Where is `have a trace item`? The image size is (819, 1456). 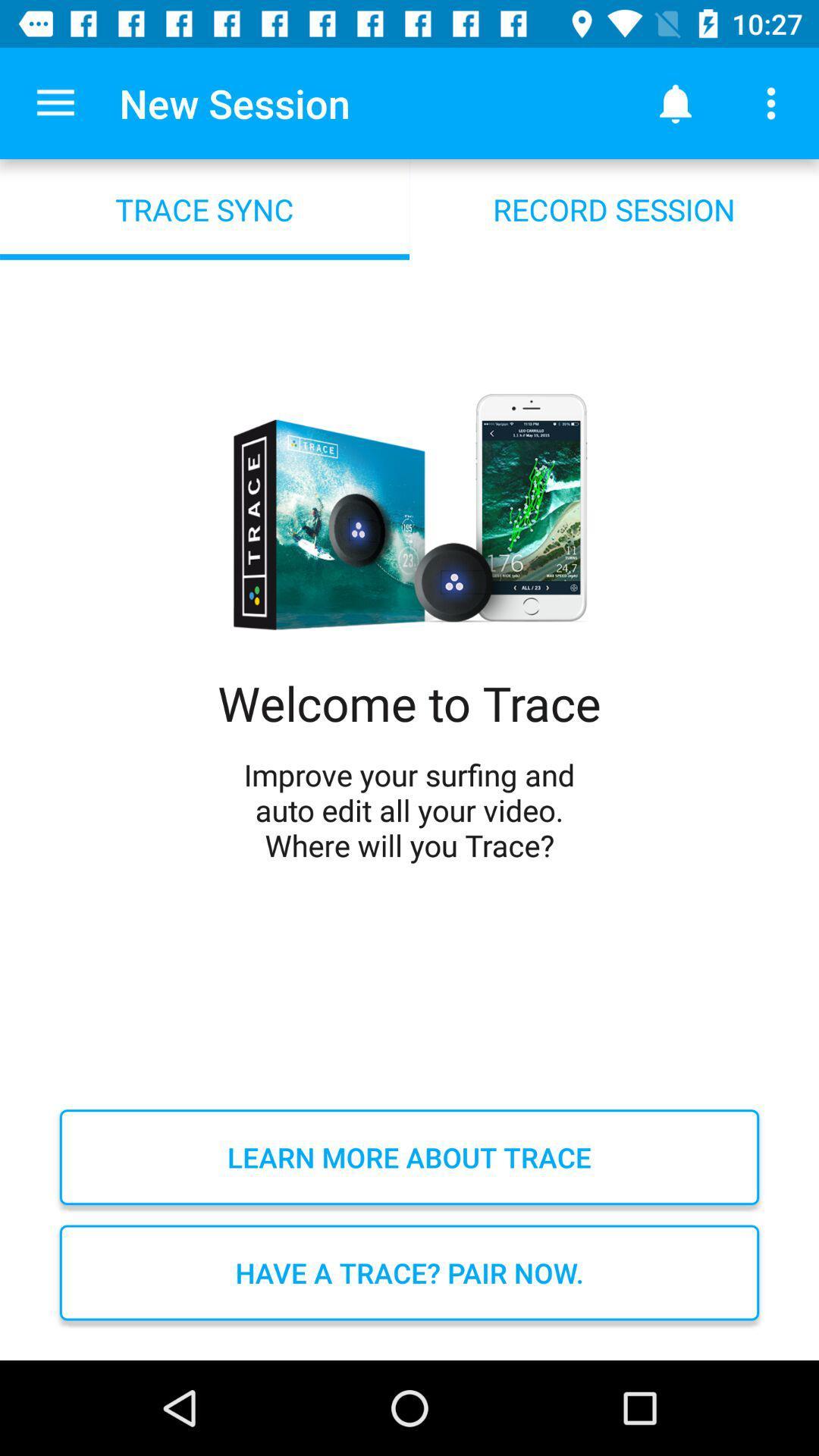 have a trace item is located at coordinates (409, 1272).